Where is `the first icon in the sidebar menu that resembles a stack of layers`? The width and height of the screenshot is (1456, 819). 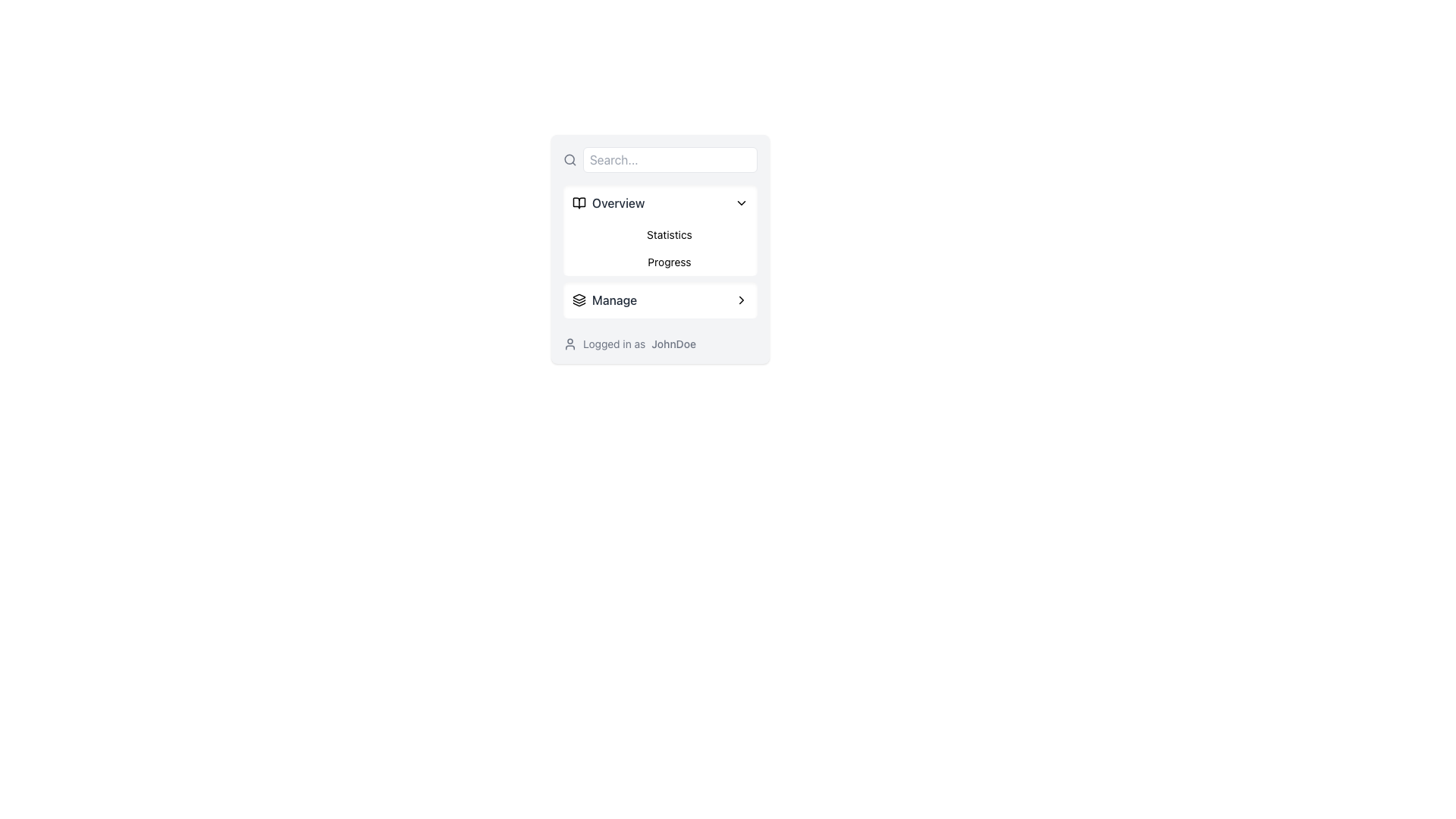
the first icon in the sidebar menu that resembles a stack of layers is located at coordinates (578, 300).